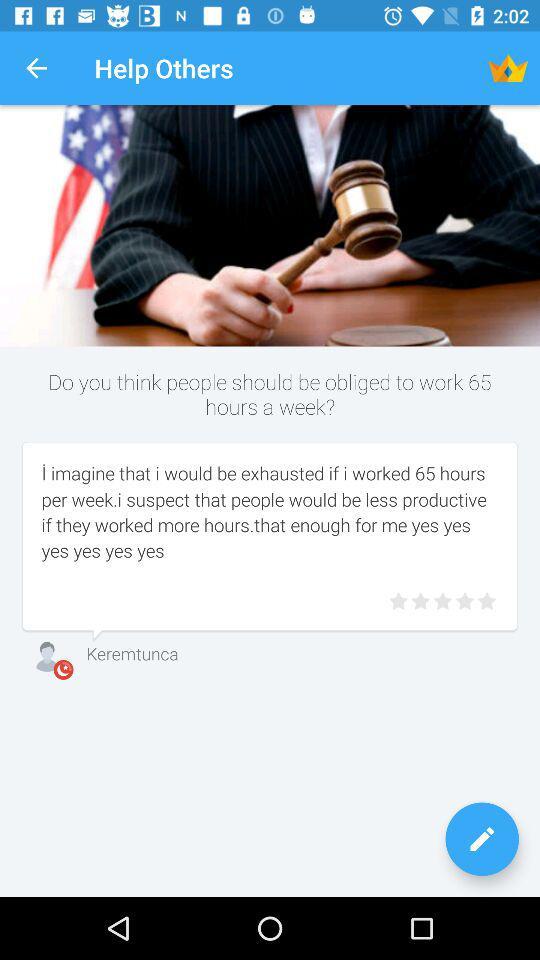 Image resolution: width=540 pixels, height=960 pixels. I want to click on the app next to the help others app, so click(36, 68).